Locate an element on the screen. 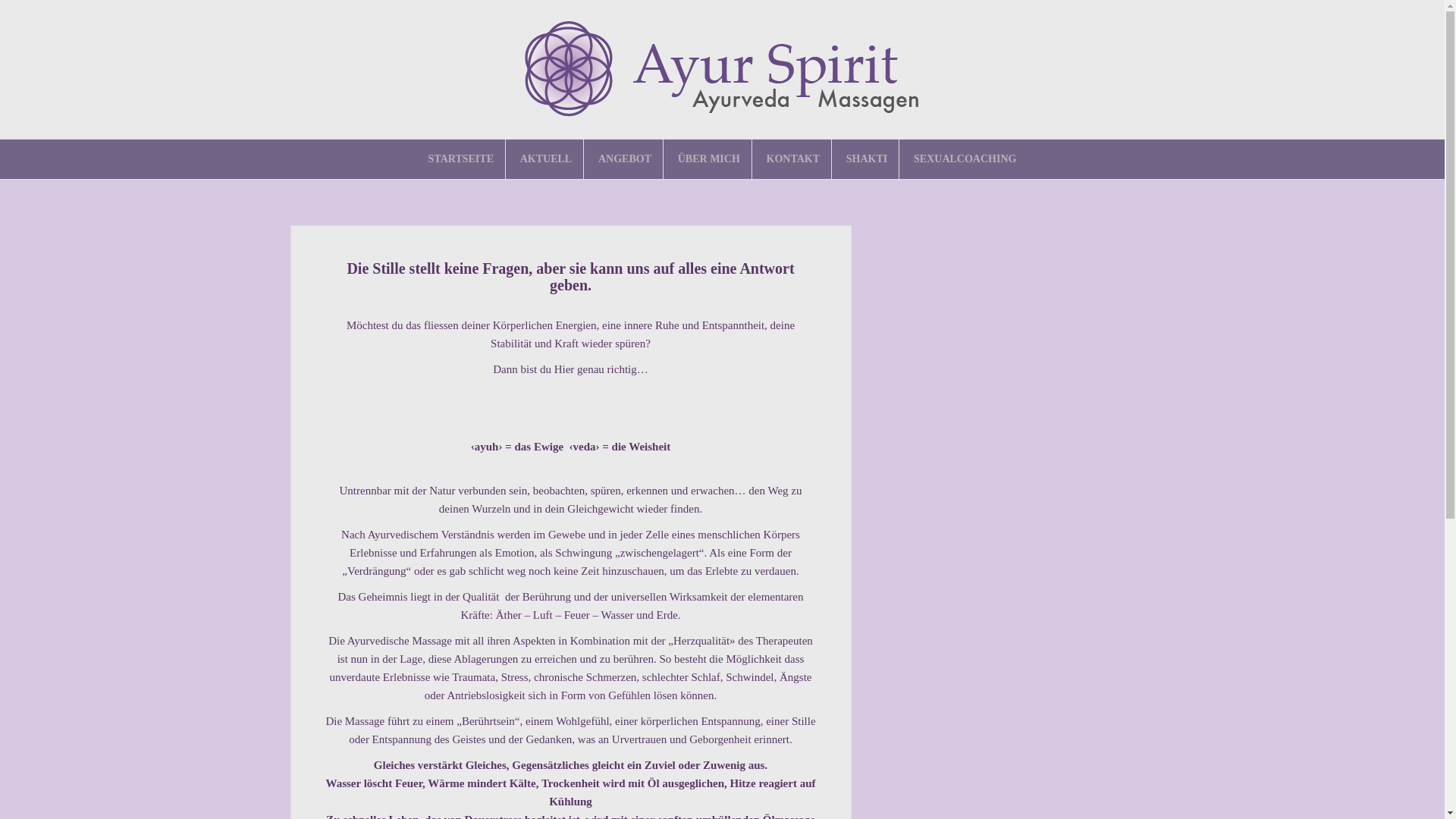 This screenshot has width=1456, height=819. 'SEXUALCOACHING' is located at coordinates (964, 158).